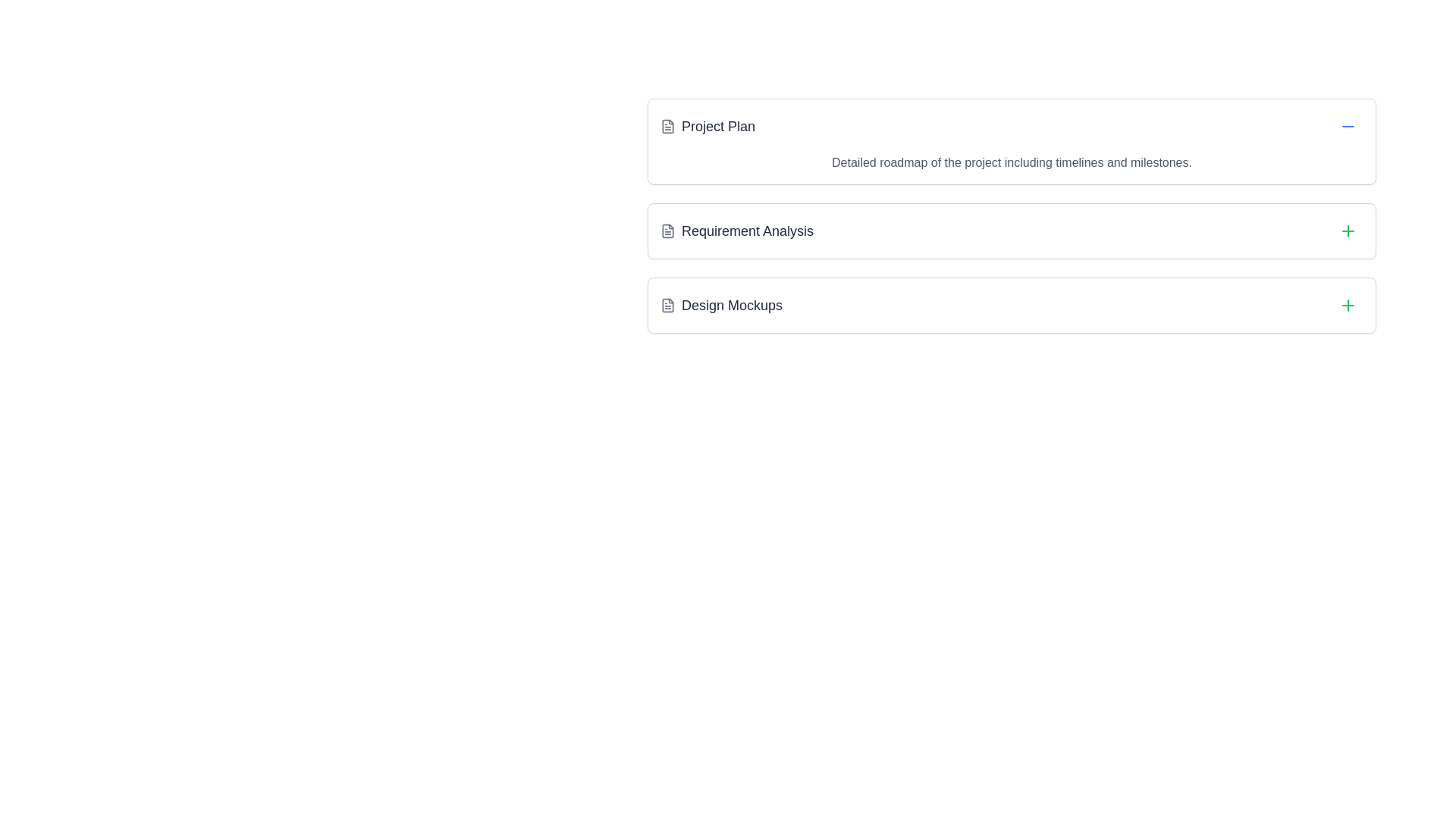 The image size is (1456, 819). What do you see at coordinates (1348, 125) in the screenshot?
I see `the circular button with a blue minus icon located at the far right of the 'Project Plan' component` at bounding box center [1348, 125].